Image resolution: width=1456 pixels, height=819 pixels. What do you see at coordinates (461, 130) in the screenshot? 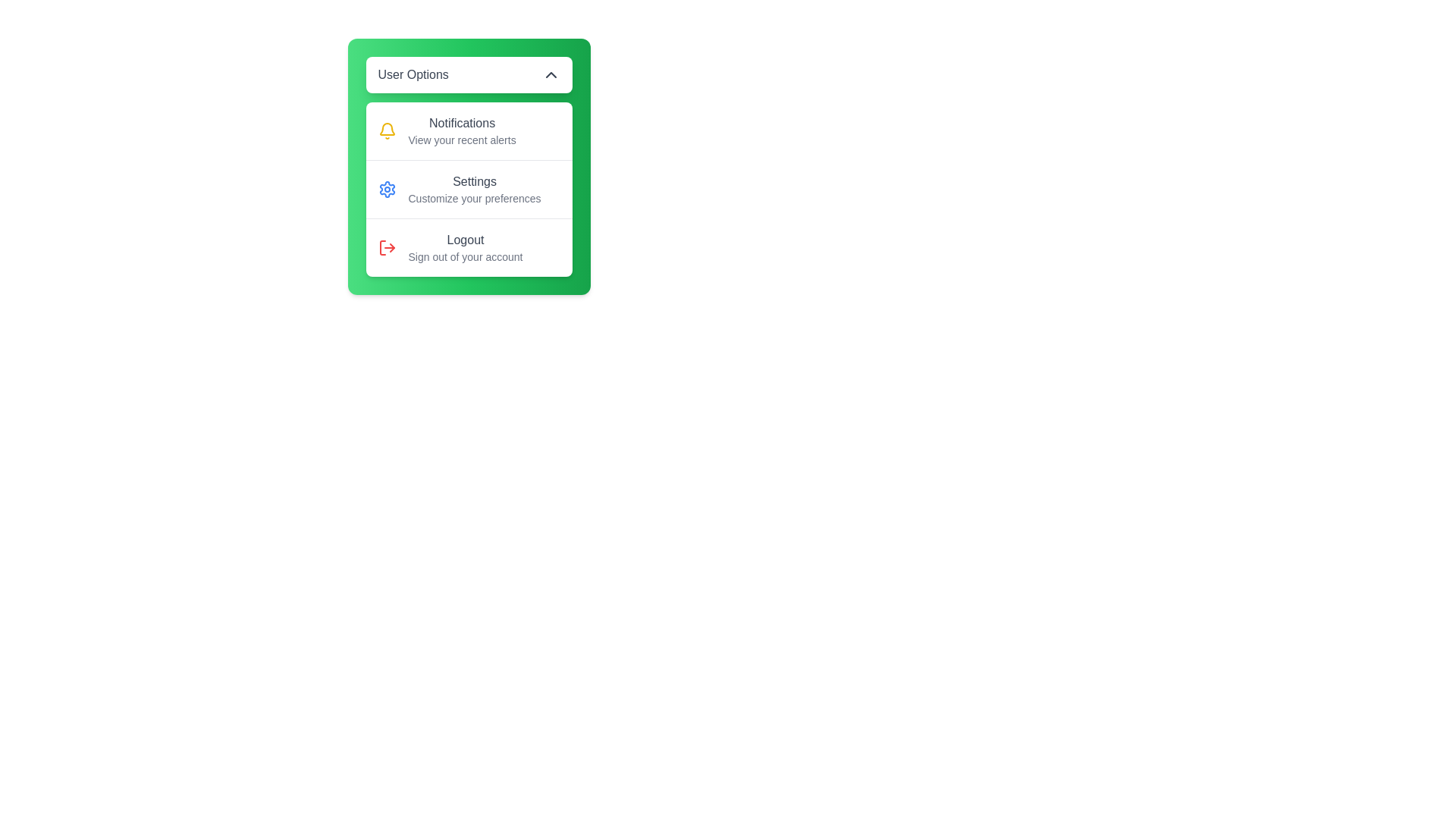
I see `the 'Notifications' text element, which is the first option under 'User Options' in the vertically stacked menu interface` at bounding box center [461, 130].